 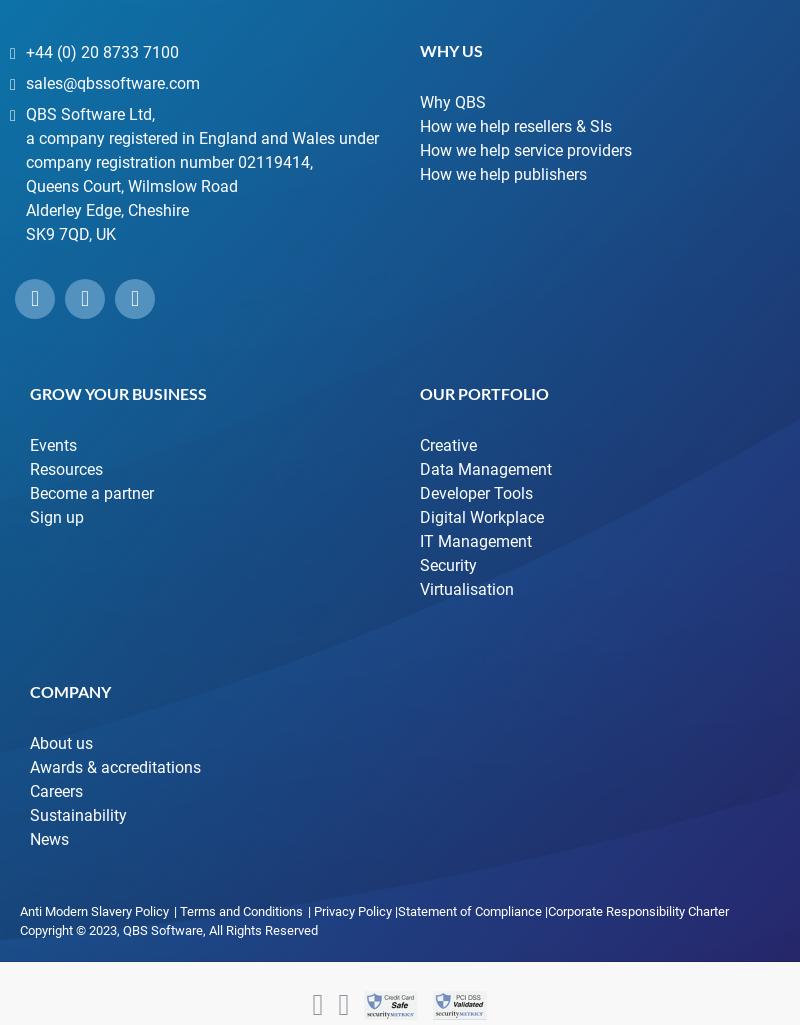 What do you see at coordinates (92, 492) in the screenshot?
I see `'Become a partner'` at bounding box center [92, 492].